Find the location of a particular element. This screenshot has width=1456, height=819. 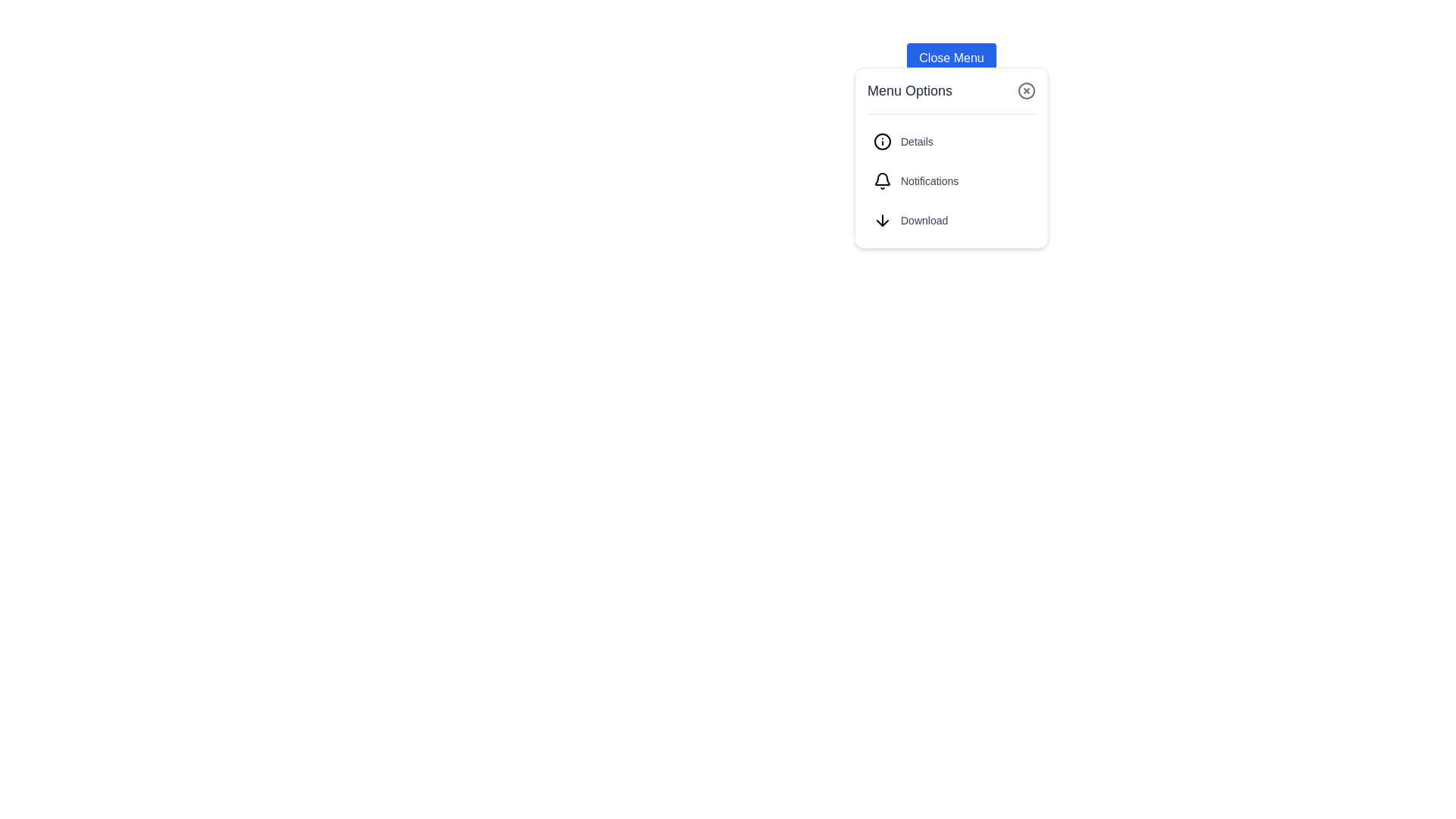

the SVG circle element that visually enhances the 'Details' menu option, which is located to the left of the 'Details' label in the 'Menu Options' dropdown menu is located at coordinates (882, 141).